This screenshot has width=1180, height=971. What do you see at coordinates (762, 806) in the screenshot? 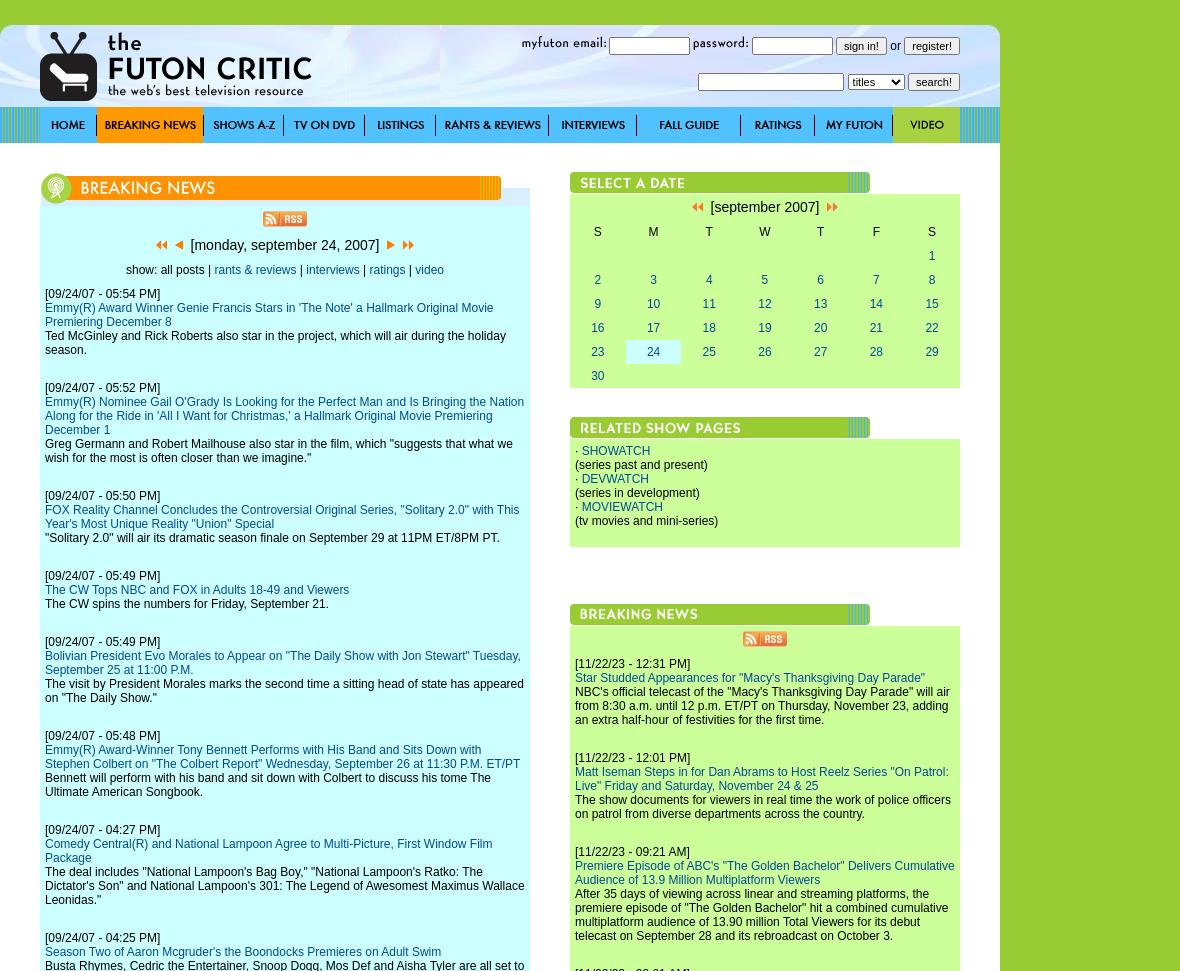
I see `'The show documents for viewers in real time the work of police officers on patrol from diverse departments across the country.'` at bounding box center [762, 806].